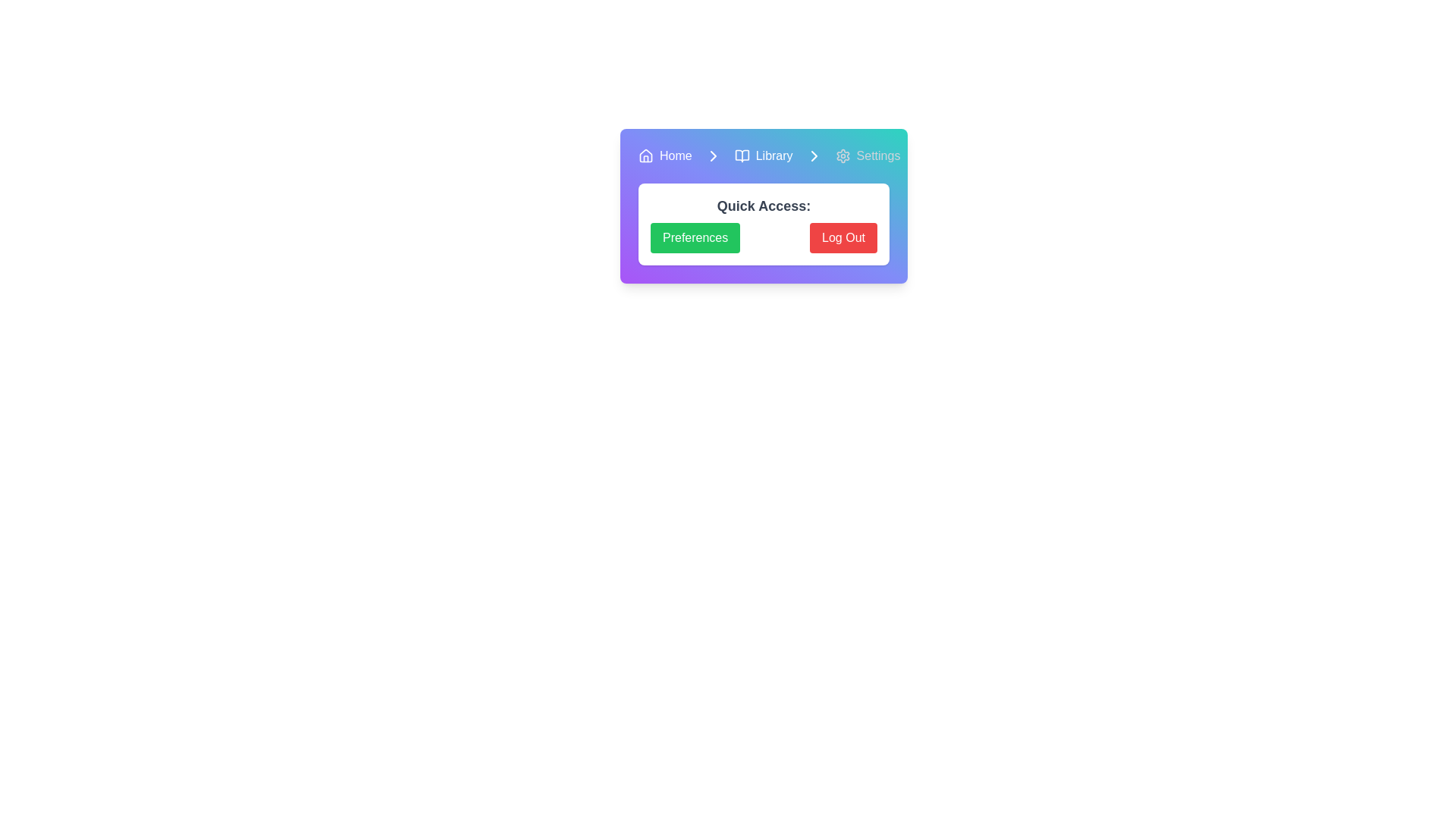  I want to click on the 'Settings' navigation item, which is represented by a cogwheel icon and is the last item in the navigation bar, so click(868, 155).